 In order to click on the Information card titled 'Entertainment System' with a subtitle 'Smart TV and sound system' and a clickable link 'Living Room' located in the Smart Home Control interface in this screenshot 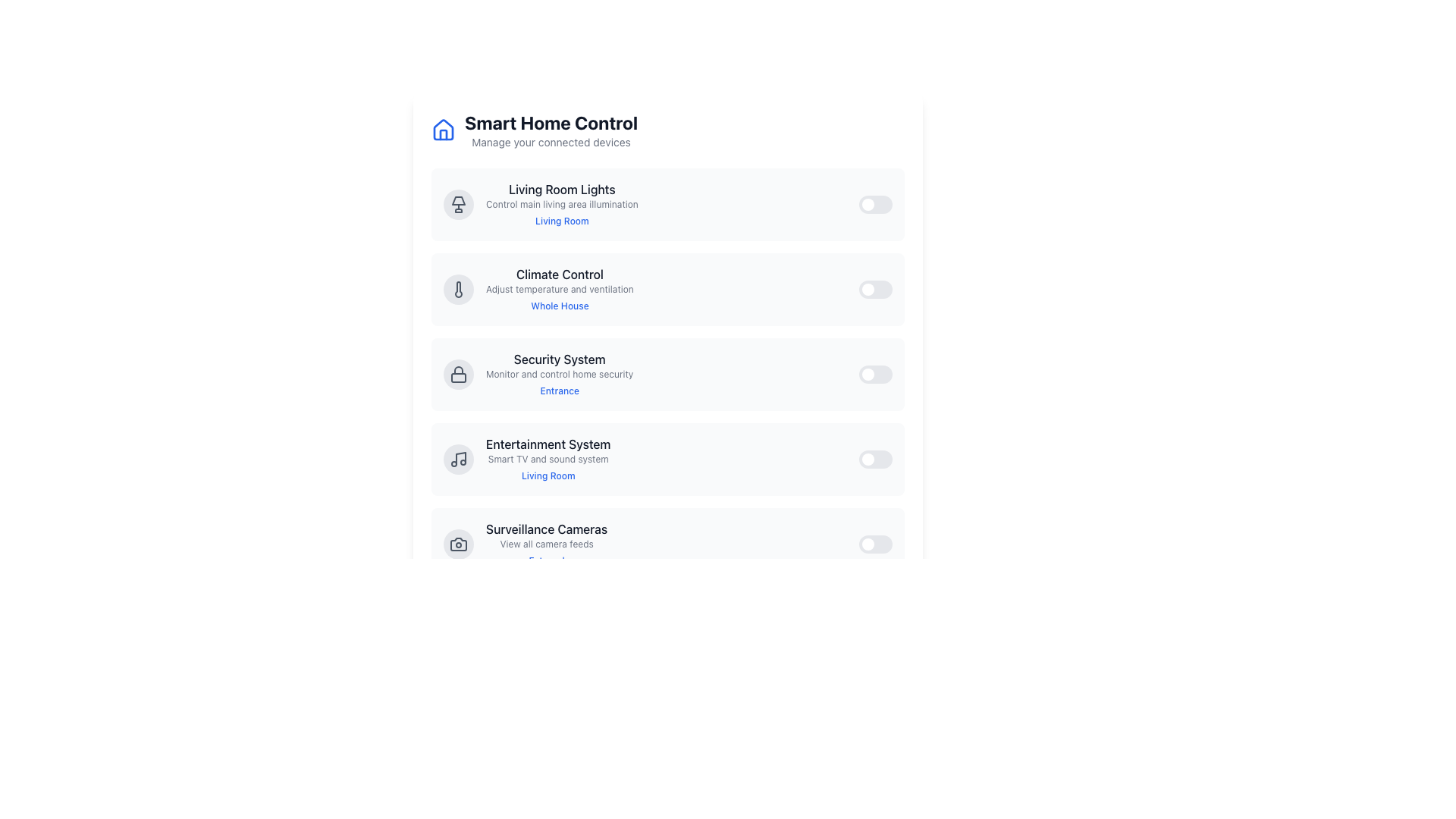, I will do `click(527, 458)`.